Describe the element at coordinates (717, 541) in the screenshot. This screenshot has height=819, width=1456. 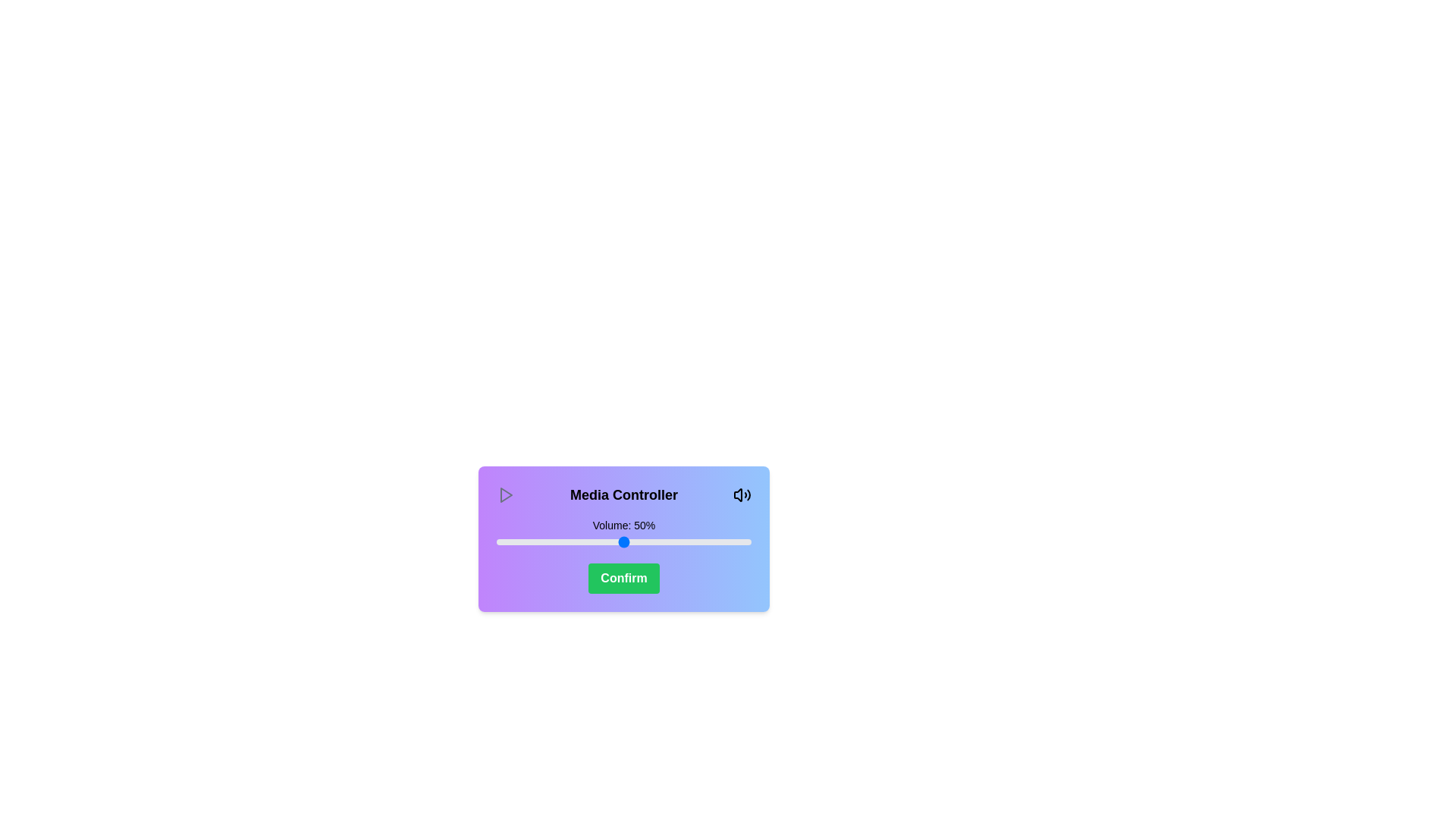
I see `the volume slider to 87%` at that location.